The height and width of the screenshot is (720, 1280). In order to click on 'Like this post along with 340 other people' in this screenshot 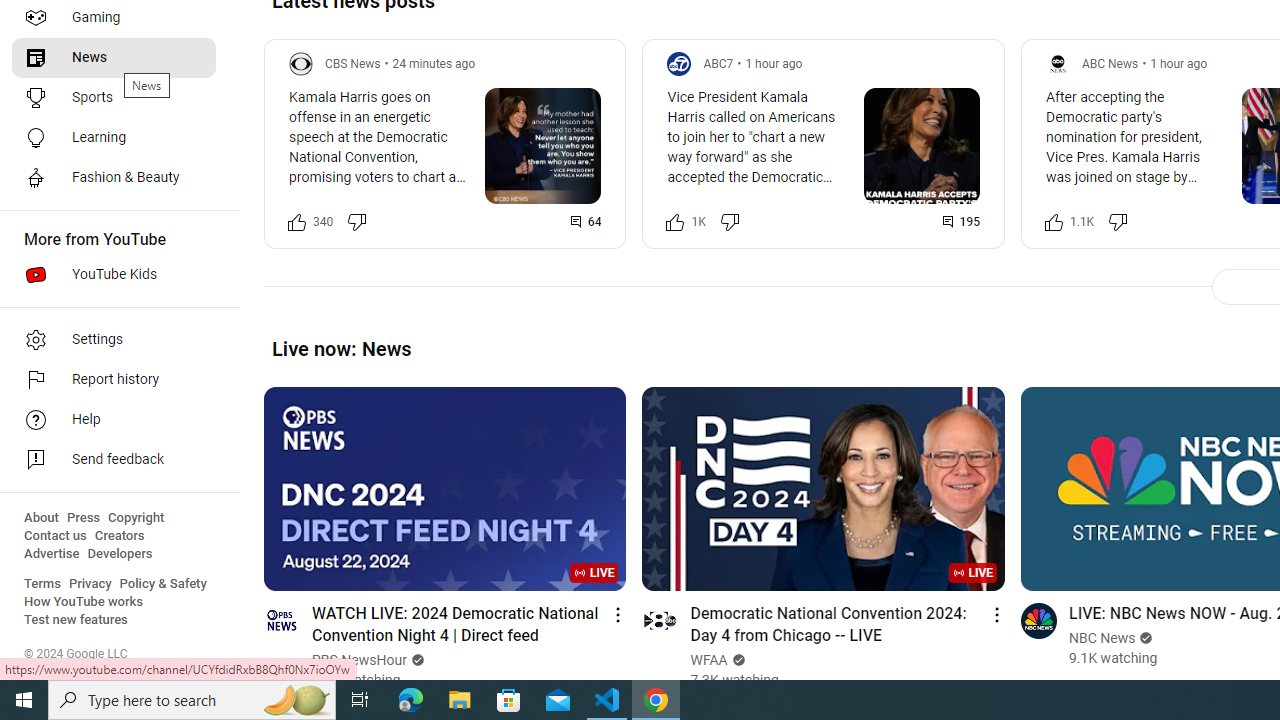, I will do `click(296, 221)`.